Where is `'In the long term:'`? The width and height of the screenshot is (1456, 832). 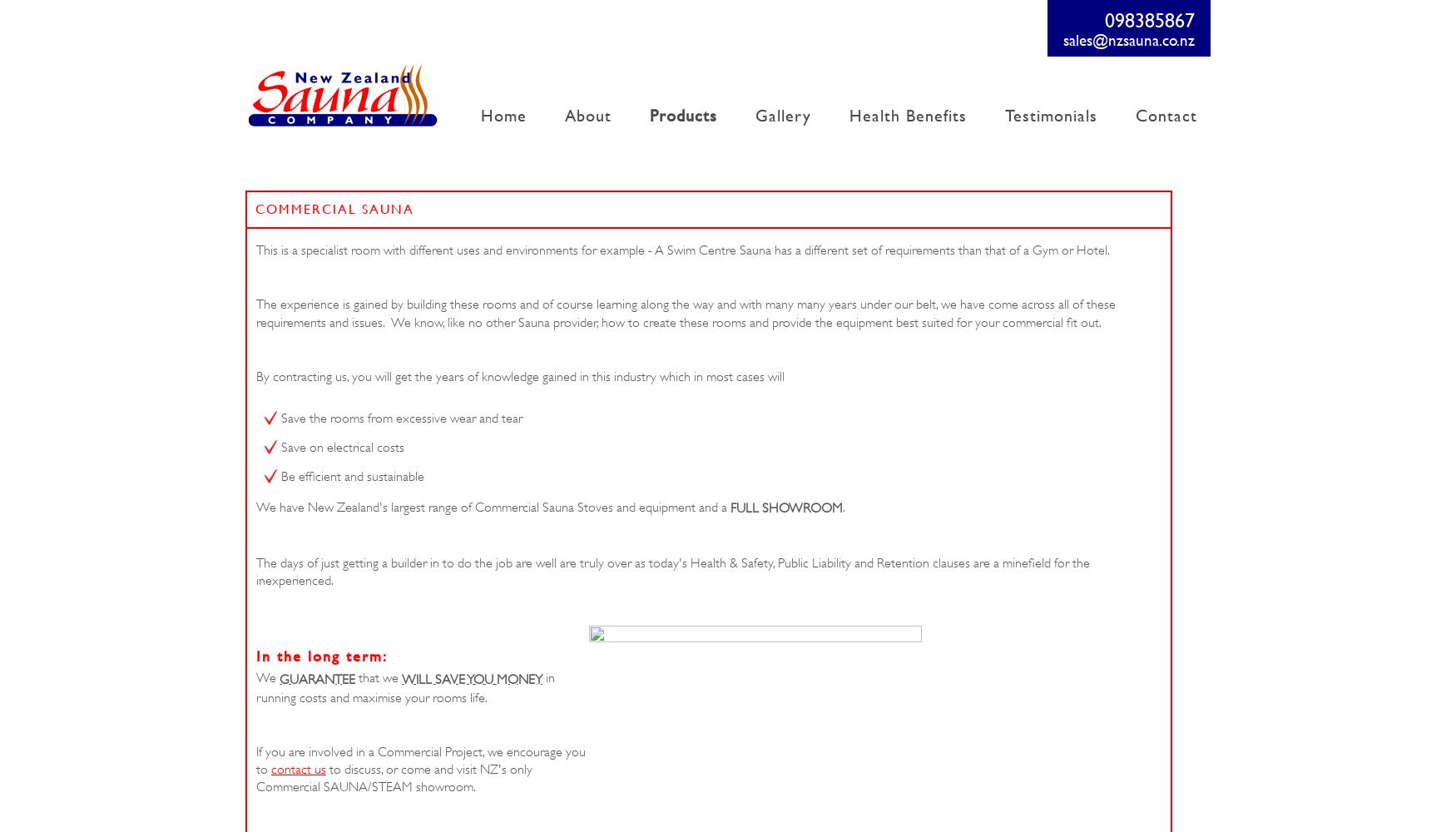 'In the long term:' is located at coordinates (320, 655).